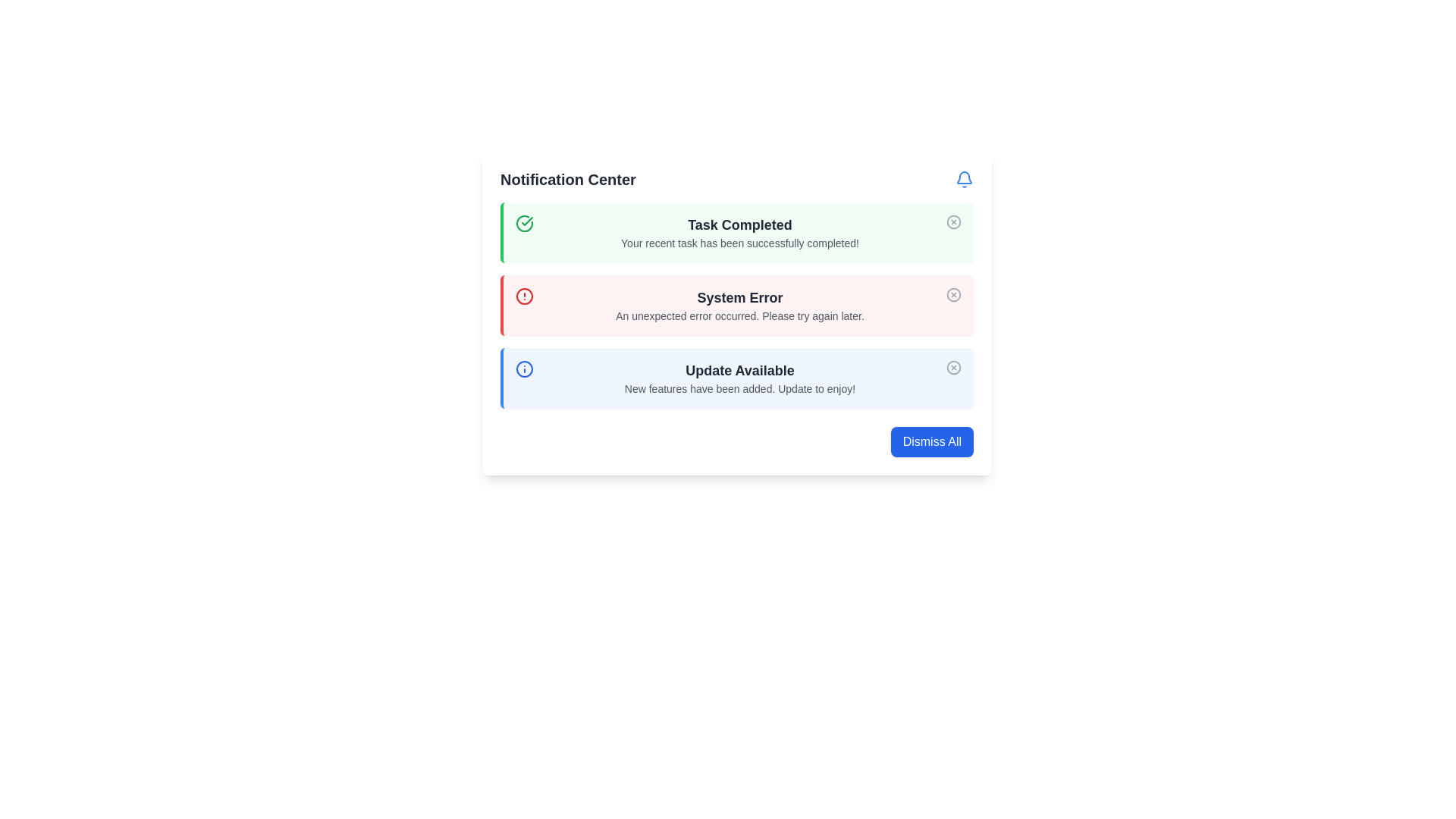 The width and height of the screenshot is (1456, 819). Describe the element at coordinates (739, 242) in the screenshot. I see `the descriptive text element that informs the user about the successful completion of their recent task, located below the main heading 'Task Completed' within the green notification box` at that location.